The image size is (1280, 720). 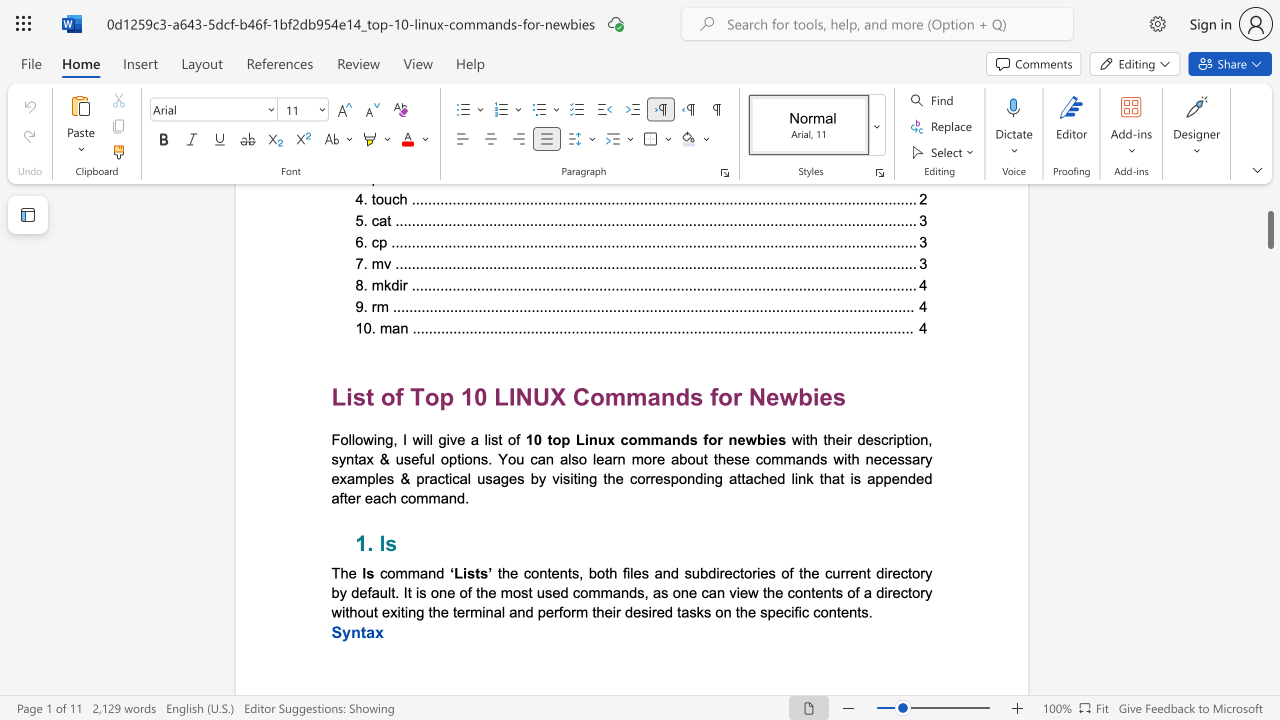 What do you see at coordinates (402, 438) in the screenshot?
I see `the subset text "I will give a list o" within the text "Following, I will give a list of"` at bounding box center [402, 438].